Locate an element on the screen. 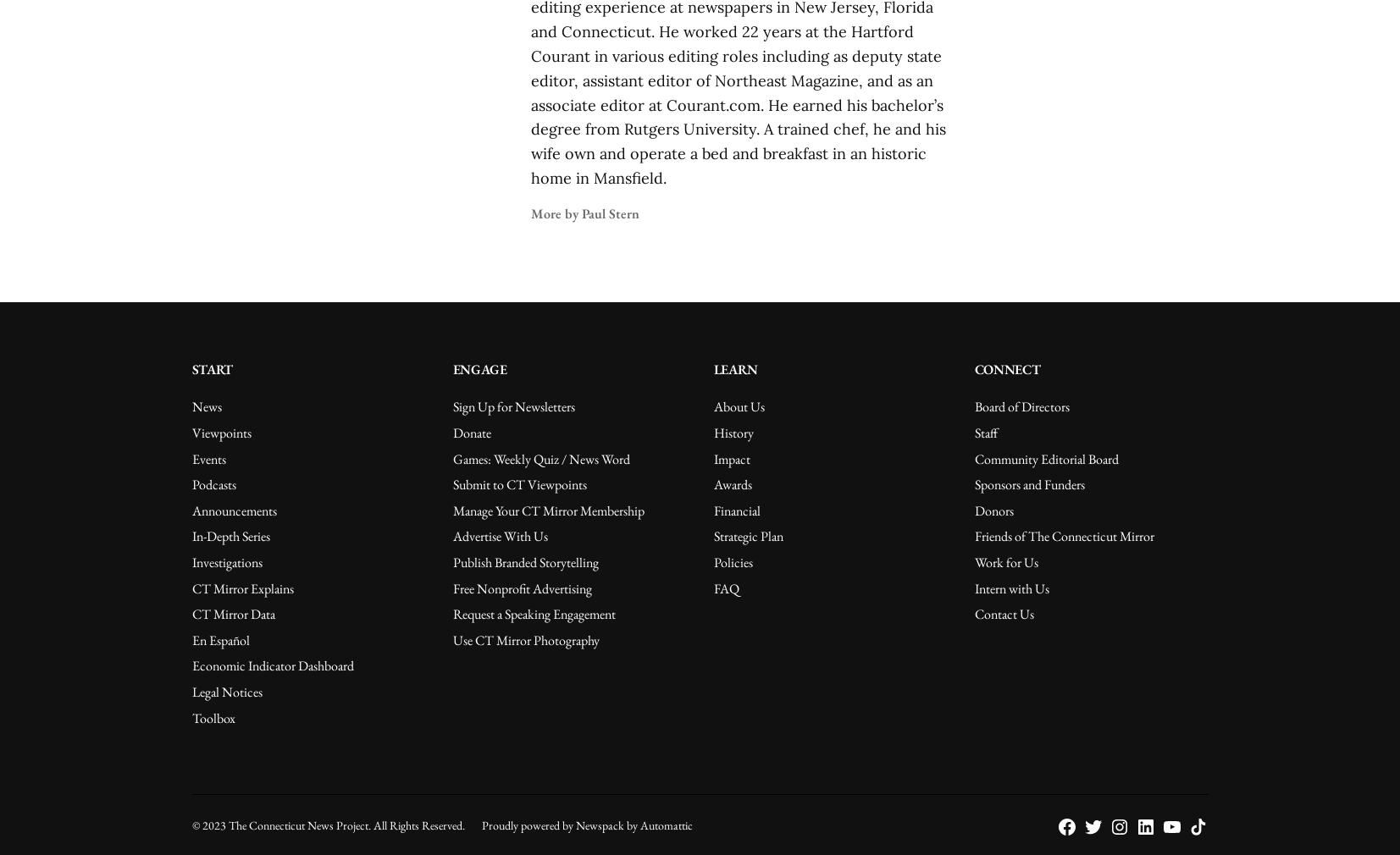  'Start' is located at coordinates (210, 368).